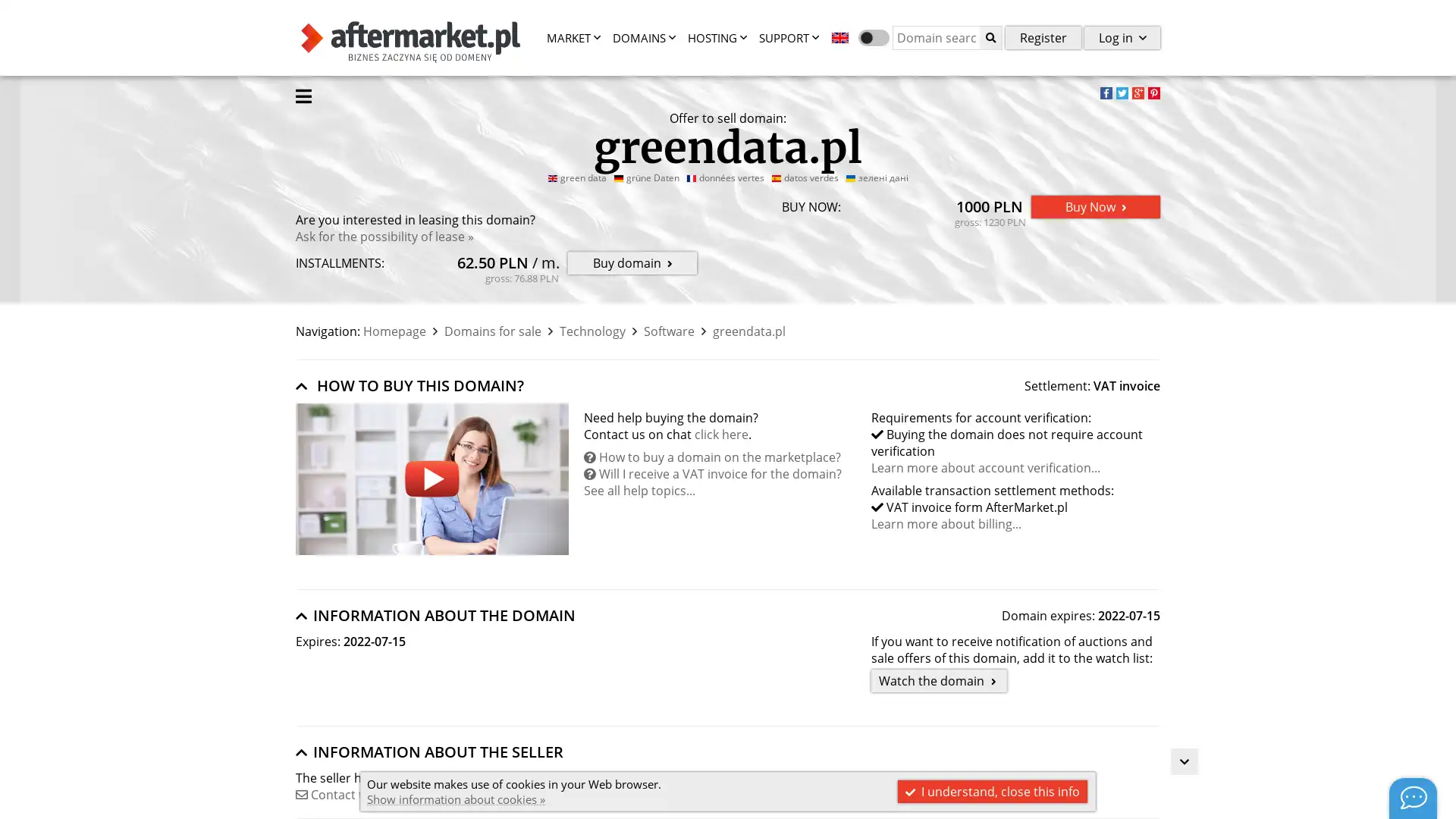 The image size is (1456, 819). What do you see at coordinates (993, 791) in the screenshot?
I see `I understand, close this info` at bounding box center [993, 791].